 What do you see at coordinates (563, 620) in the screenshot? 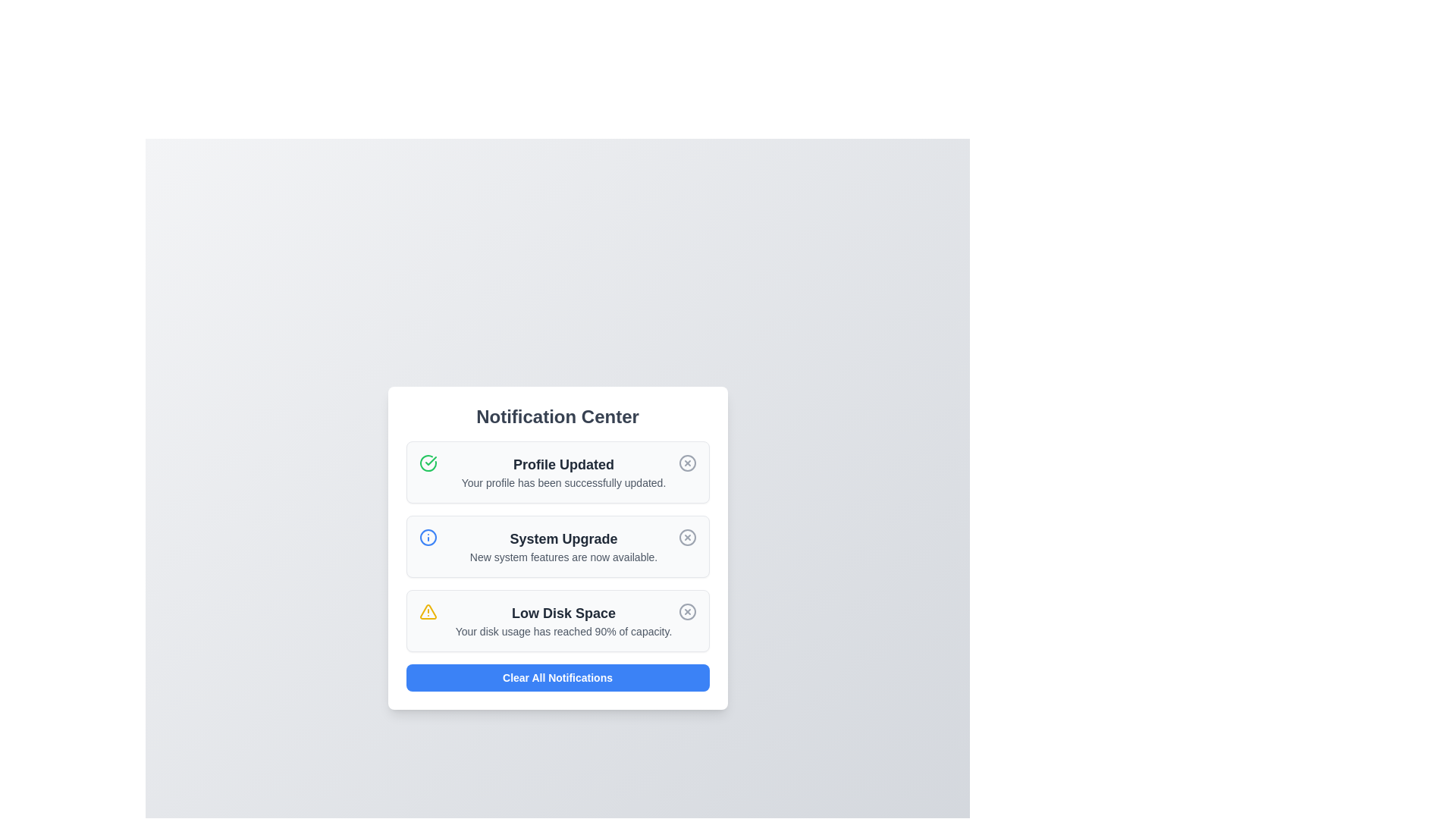
I see `disk usage warning notification, which is the third notification in the Notification Center modal` at bounding box center [563, 620].